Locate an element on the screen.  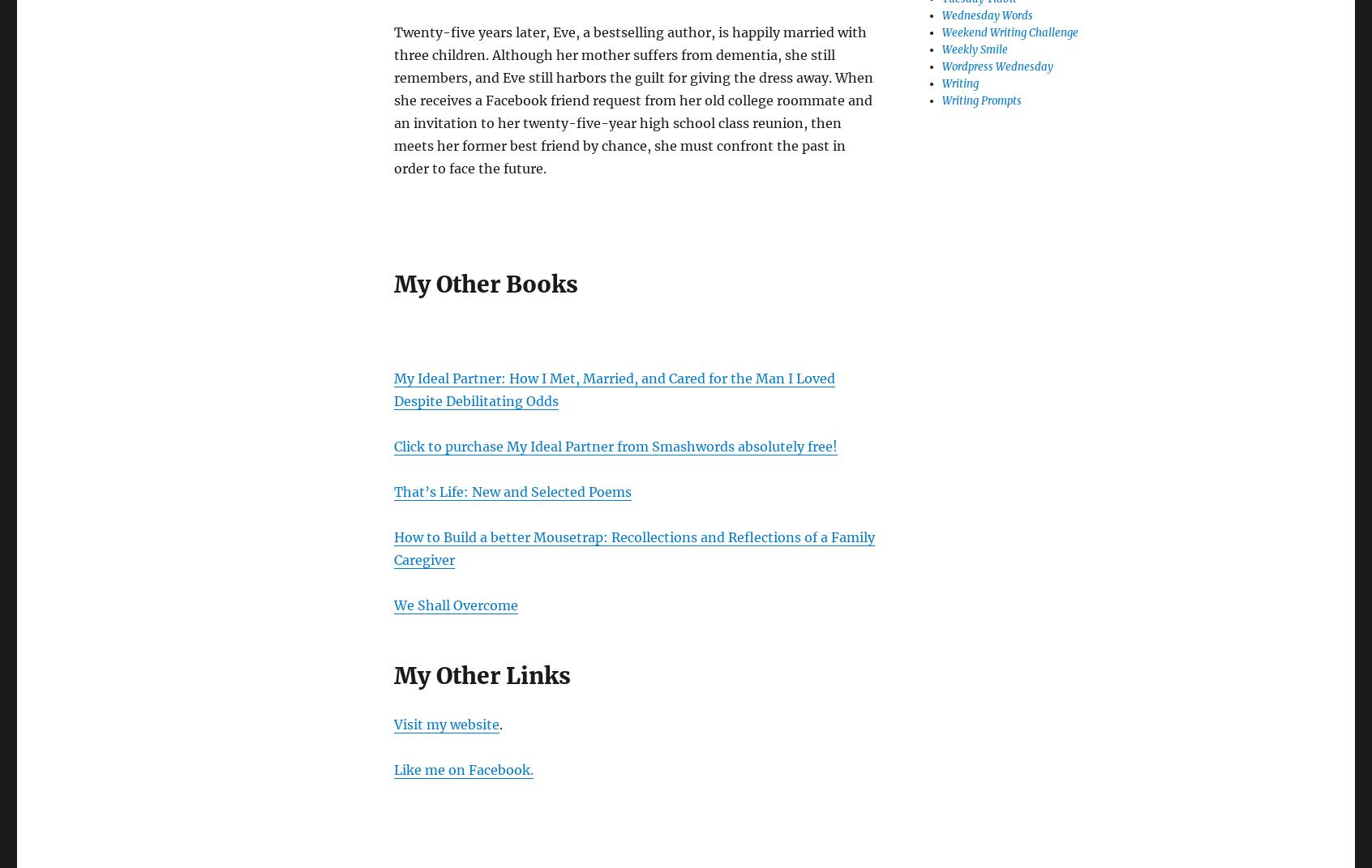
'.' is located at coordinates (499, 723).